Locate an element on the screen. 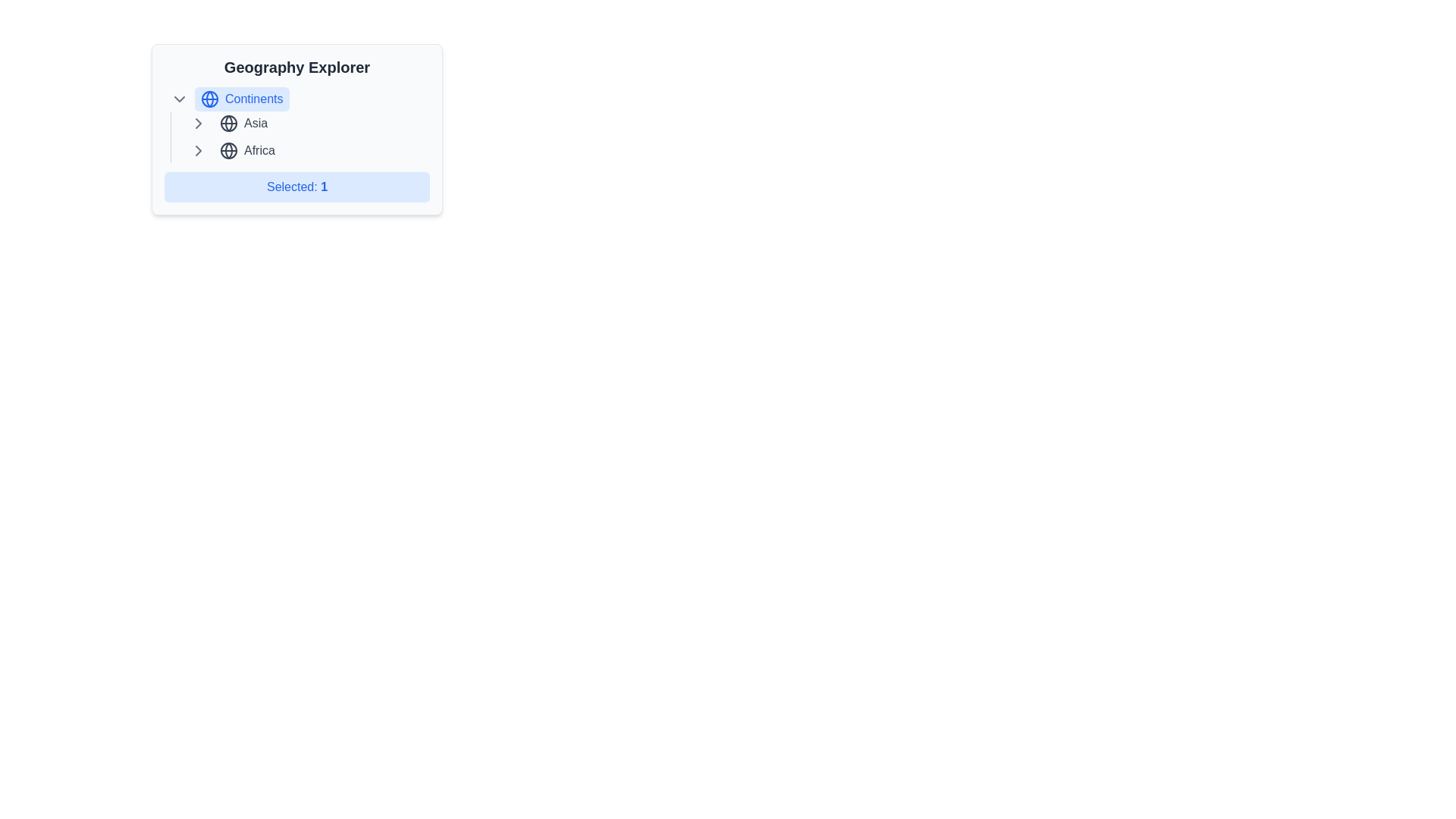  the first Button-like List Item in the 'Geography Explorer' section of the hierarchical navigation menu is located at coordinates (300, 99).